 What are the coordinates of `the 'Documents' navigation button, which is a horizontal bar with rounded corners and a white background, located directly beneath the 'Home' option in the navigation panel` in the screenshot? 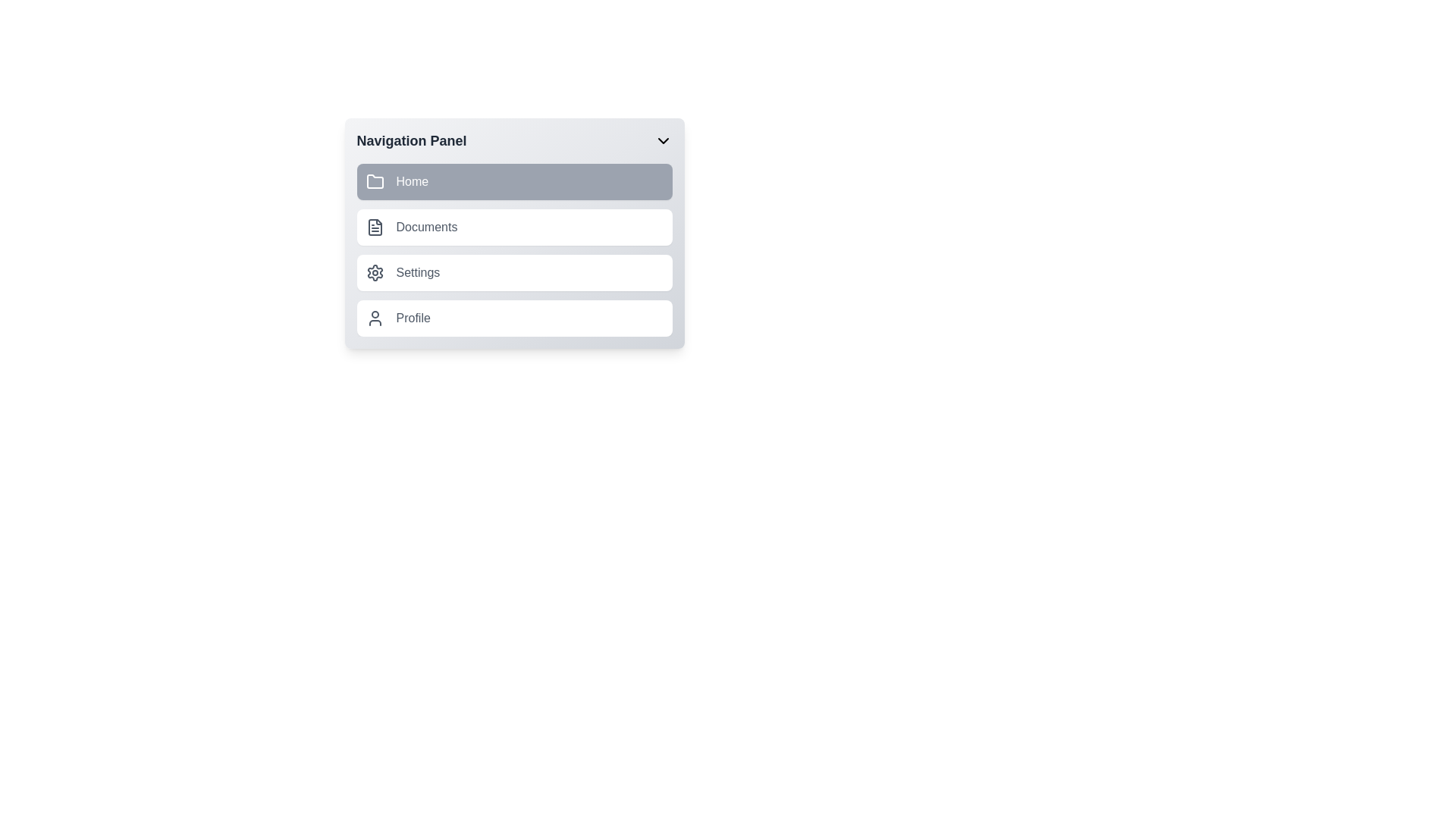 It's located at (514, 243).